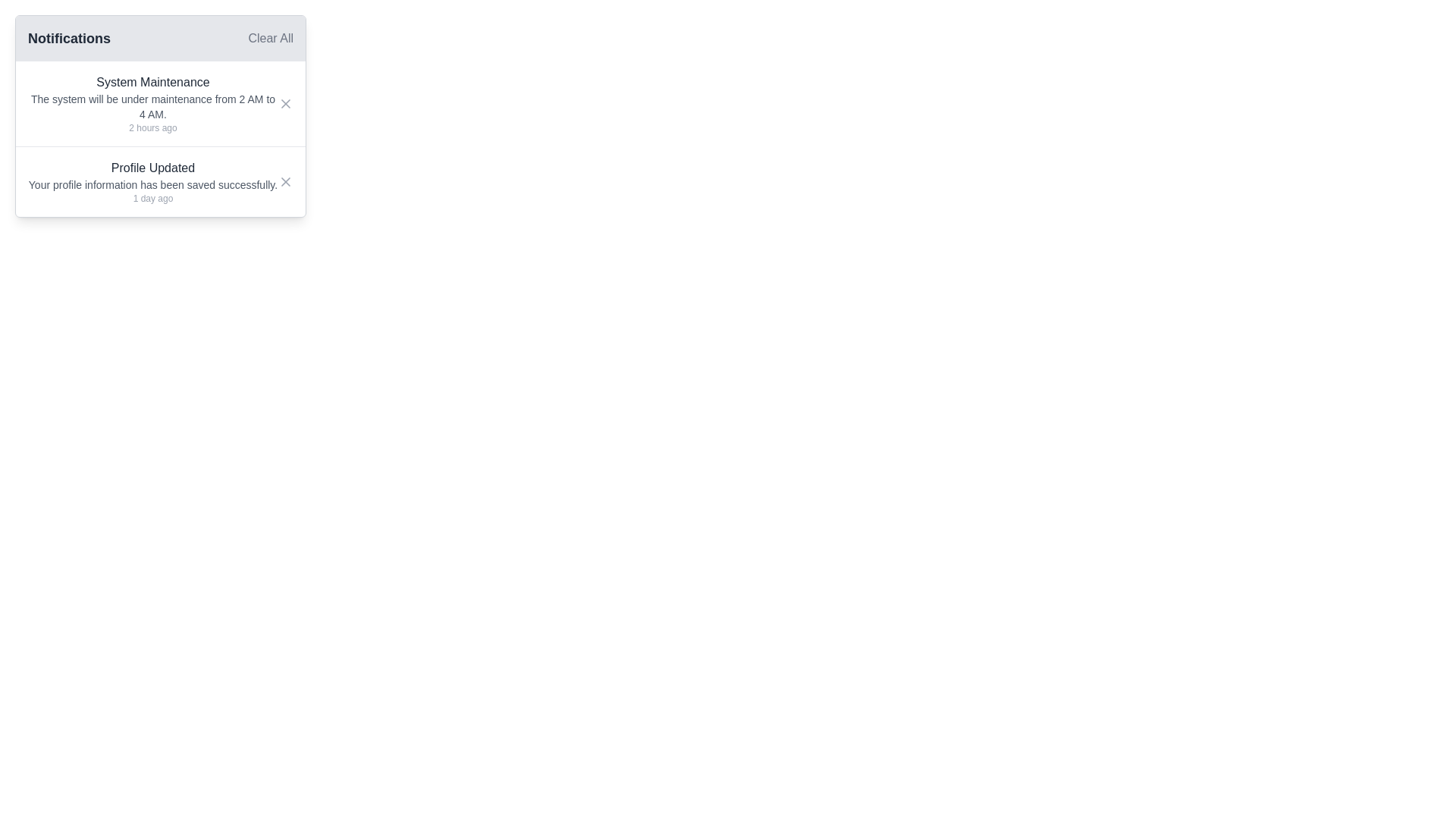  Describe the element at coordinates (152, 198) in the screenshot. I see `the static text label that indicates the time elapsed since the 'Profile Updated' notification was triggered, located at the bottom of the notification message` at that location.